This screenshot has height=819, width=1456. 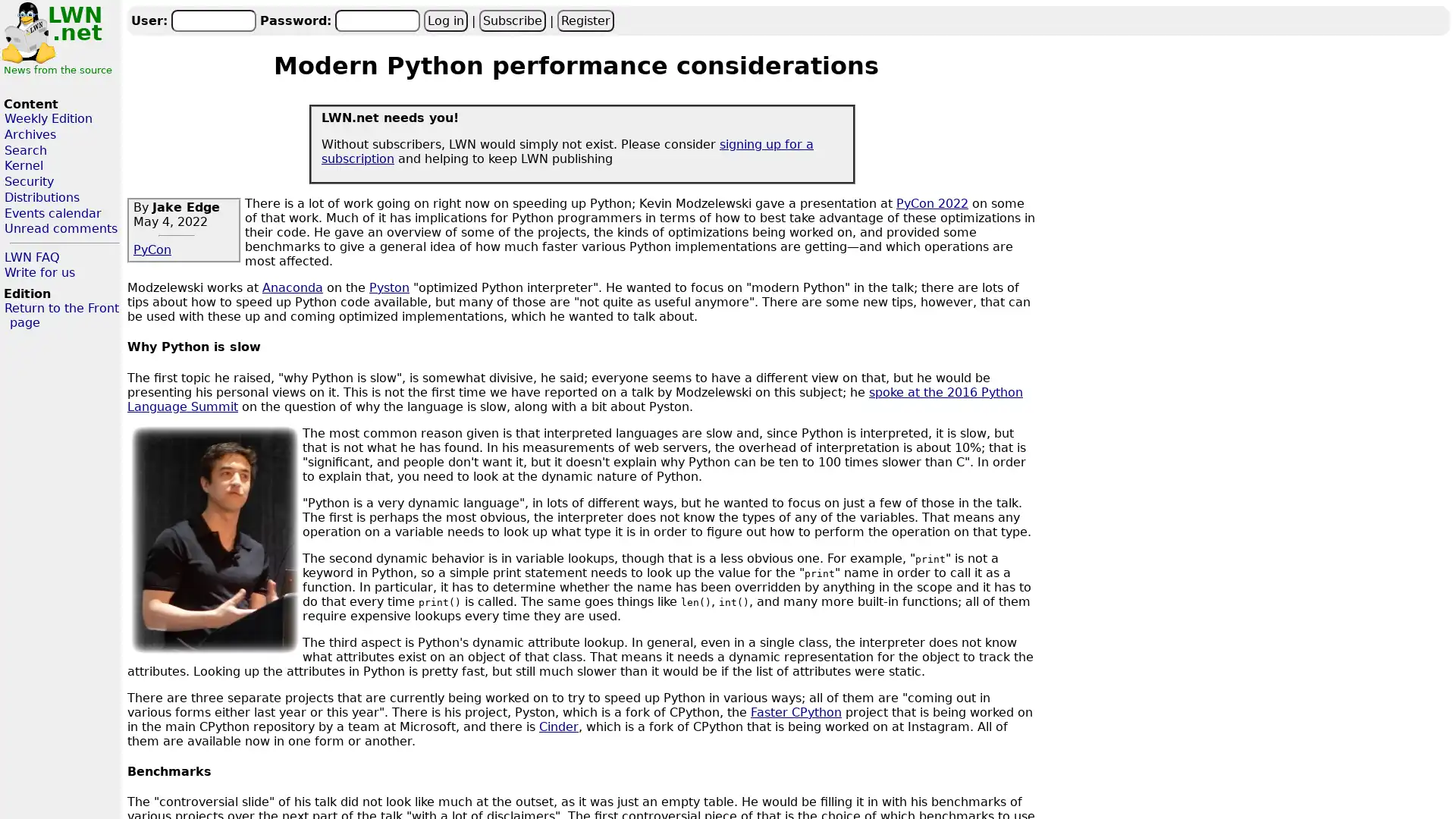 What do you see at coordinates (444, 20) in the screenshot?
I see `Log in` at bounding box center [444, 20].